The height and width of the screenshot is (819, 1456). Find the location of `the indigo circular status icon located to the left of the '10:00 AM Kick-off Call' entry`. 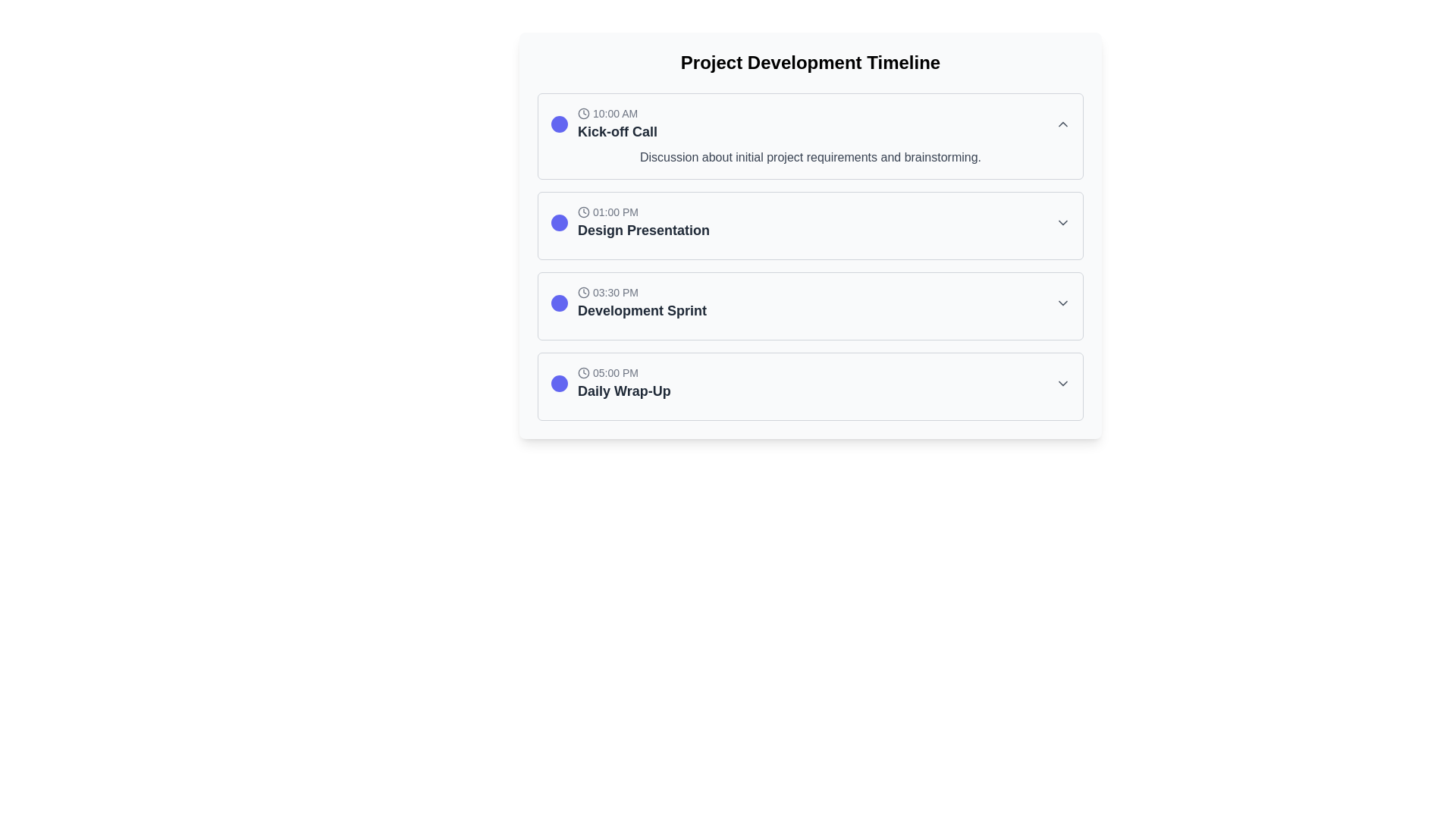

the indigo circular status icon located to the left of the '10:00 AM Kick-off Call' entry is located at coordinates (559, 124).